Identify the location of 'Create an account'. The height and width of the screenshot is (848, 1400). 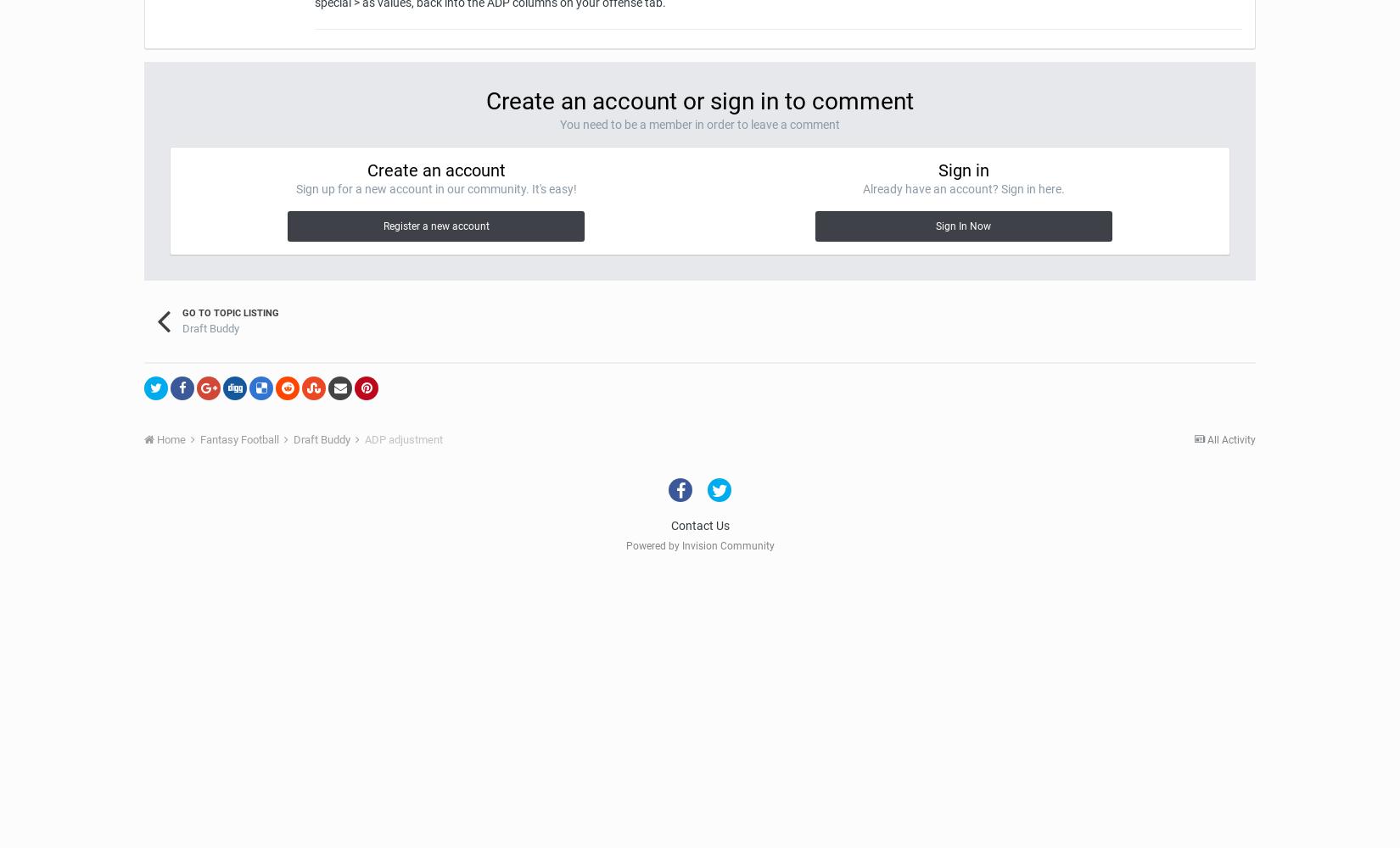
(434, 169).